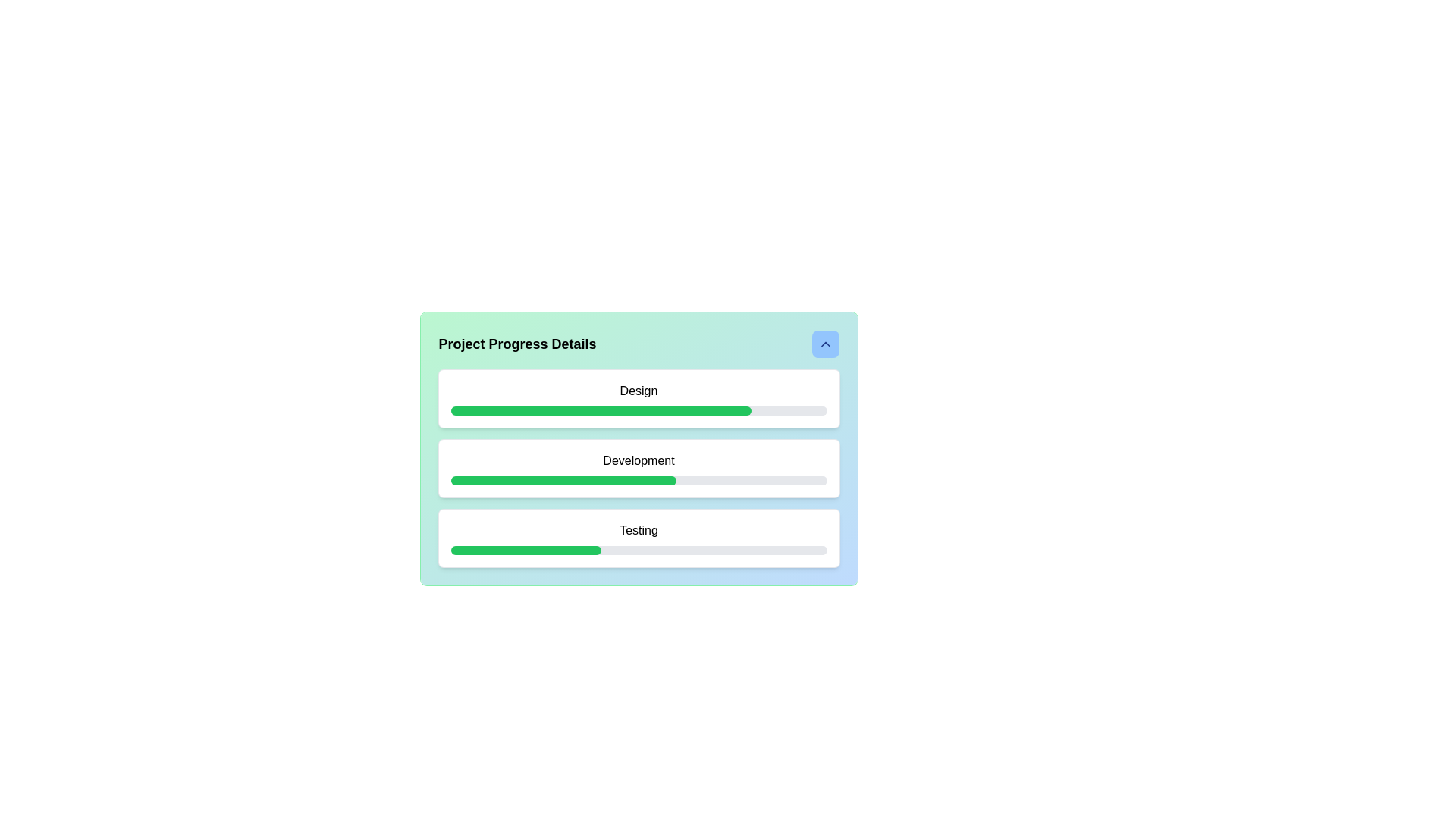 This screenshot has height=819, width=1456. I want to click on the green progress bar inside the gray background bar labeled 'Testing', which indicates 40% completion and is the third progress bar in the vertical list of the 'Project Progress Details.', so click(526, 550).